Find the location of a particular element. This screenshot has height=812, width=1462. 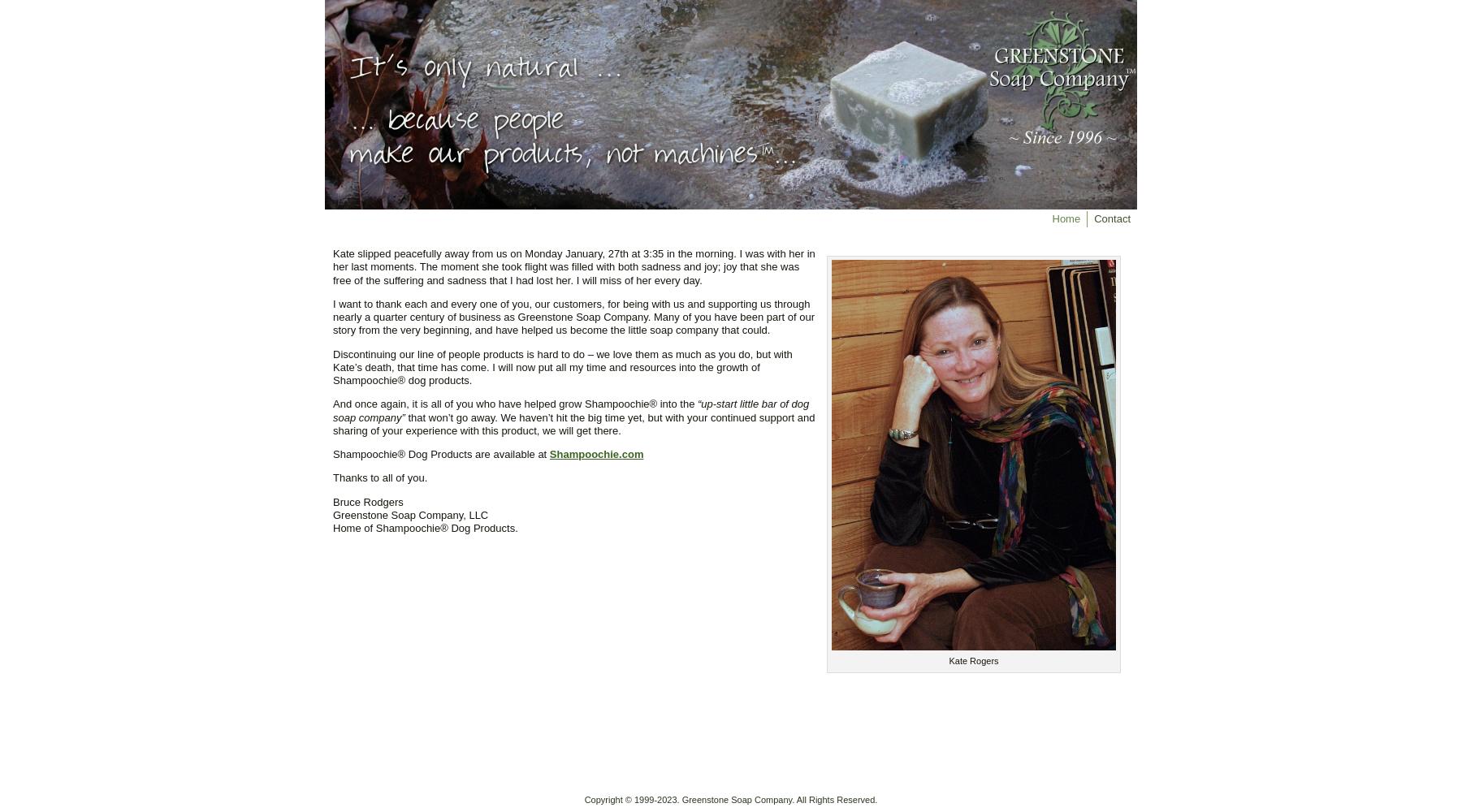

'Kate slipped peacefully away from us on Monday January, 27th at 3:35 in the morning. I was with her in her last moments. The moment she took flight was filled with both sadness and joy; joy that she was free of the suffering and sadness that I had lost her. I will miss of her every day.' is located at coordinates (573, 266).